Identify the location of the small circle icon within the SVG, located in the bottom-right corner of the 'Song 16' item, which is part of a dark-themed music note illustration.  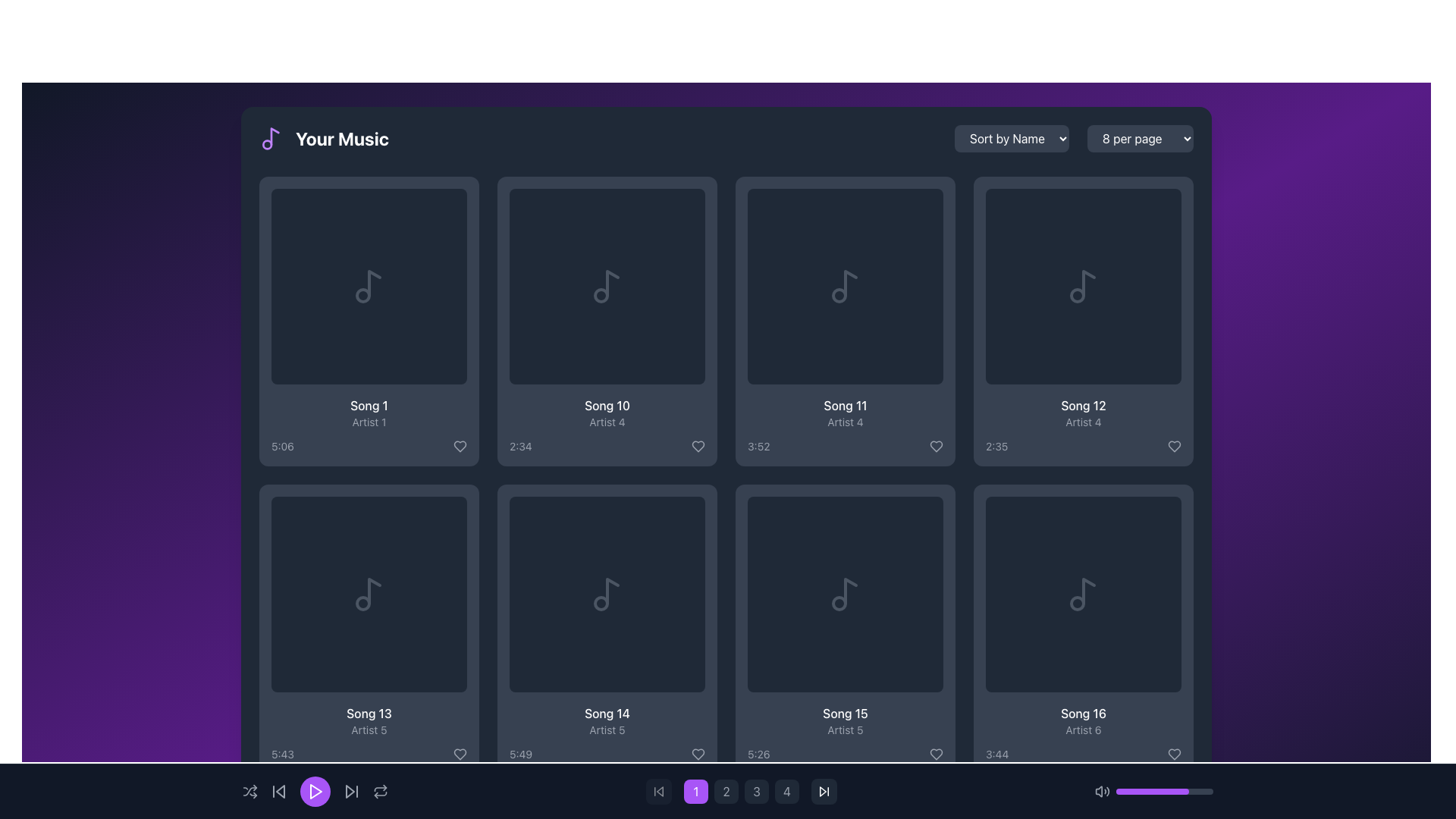
(1076, 602).